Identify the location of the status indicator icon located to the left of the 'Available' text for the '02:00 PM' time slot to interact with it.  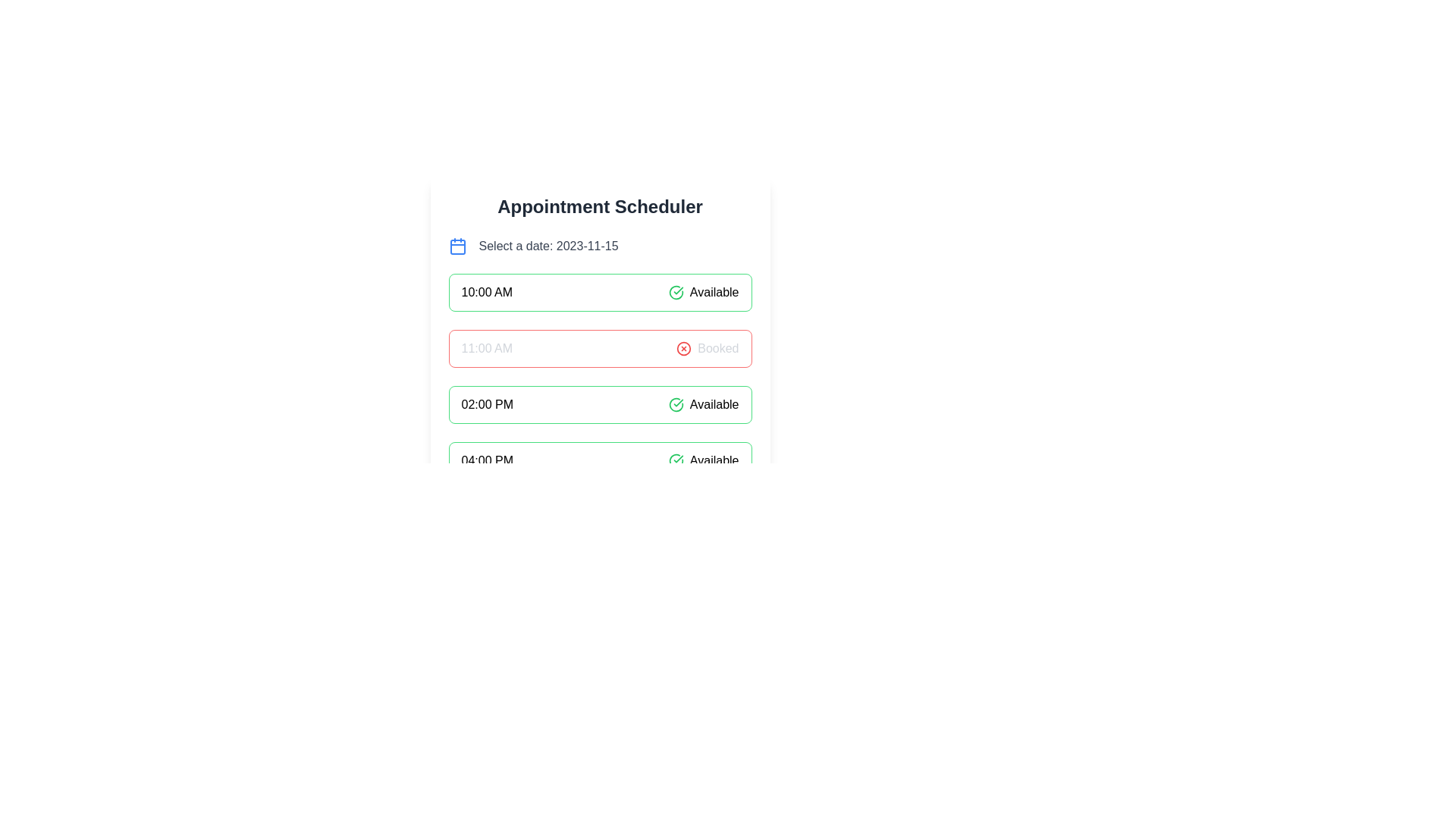
(675, 403).